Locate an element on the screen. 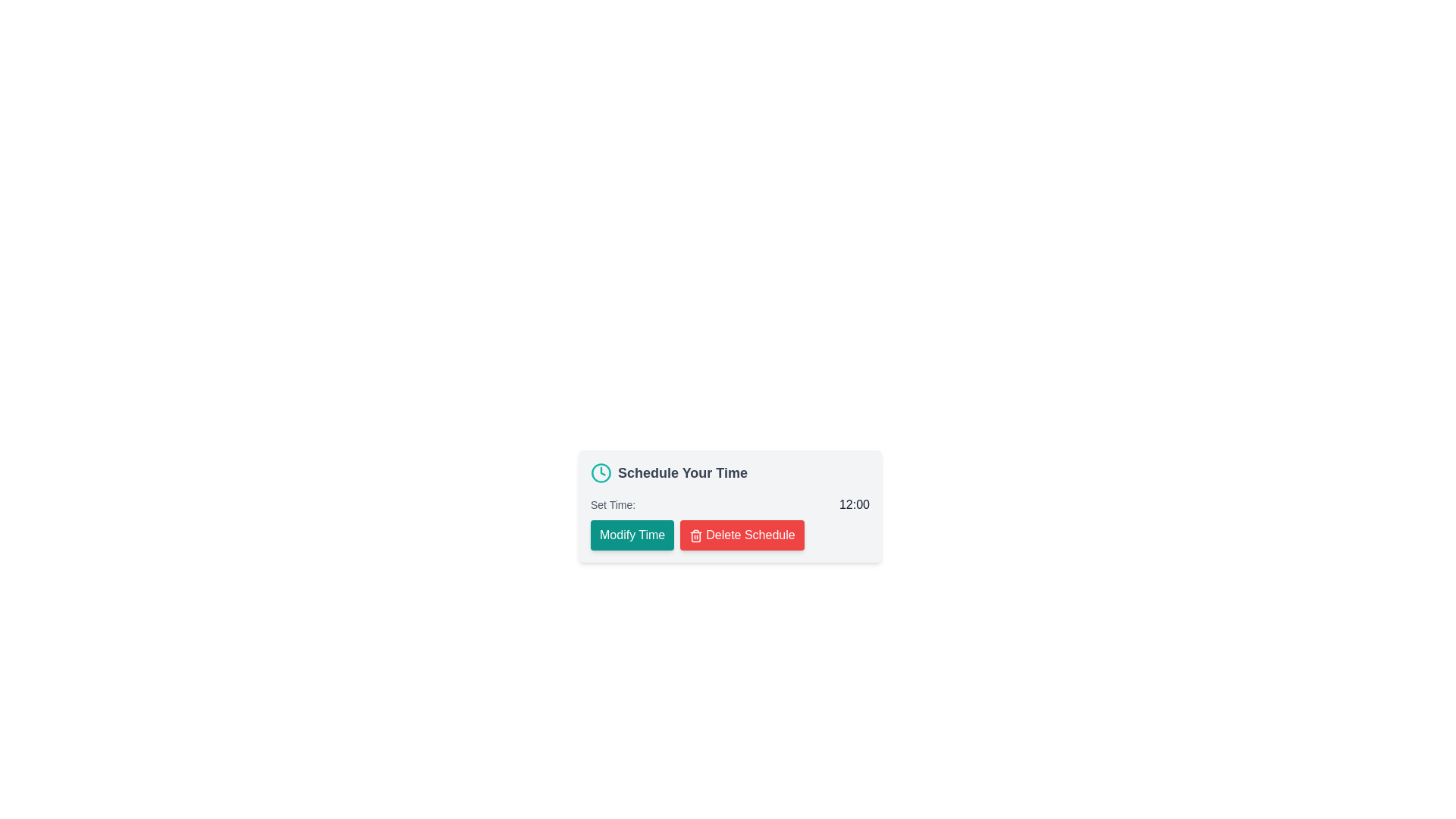 This screenshot has height=819, width=1456. text 'Schedule Your Time' from the heading with a teal clock icon located at the top of the card-style interface is located at coordinates (730, 472).